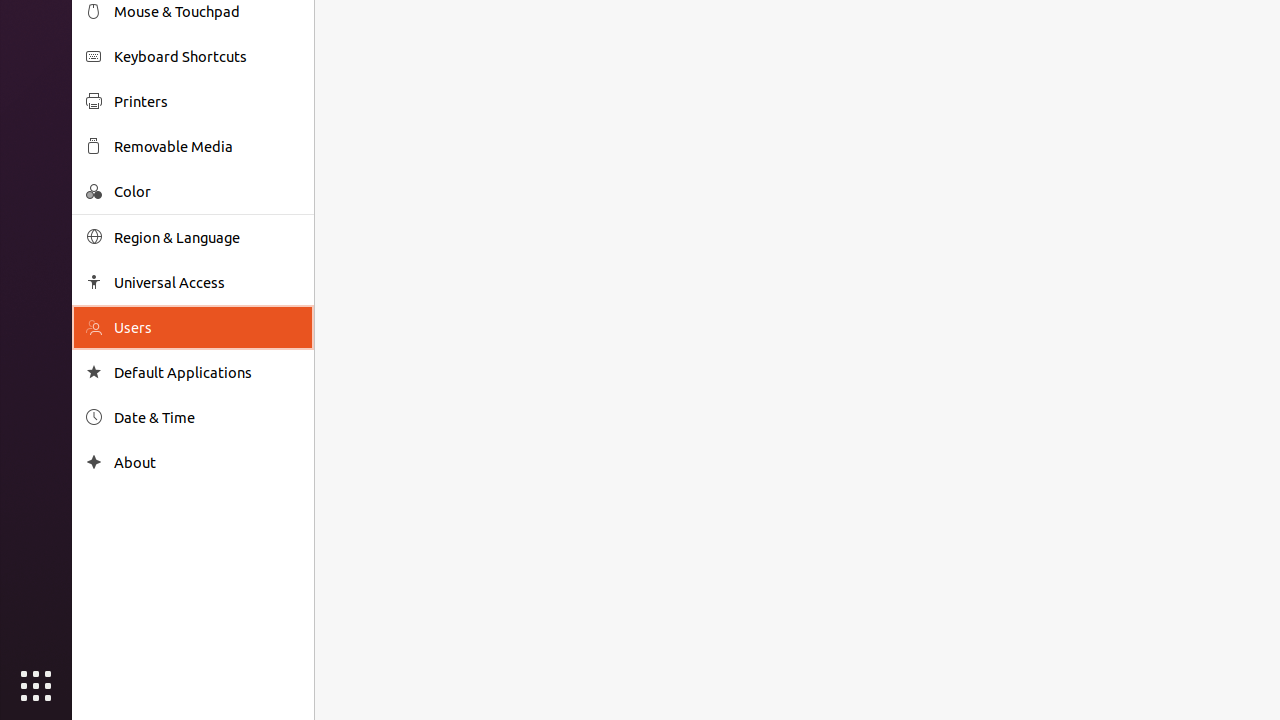 The height and width of the screenshot is (720, 1280). I want to click on 'Default Applications', so click(206, 372).